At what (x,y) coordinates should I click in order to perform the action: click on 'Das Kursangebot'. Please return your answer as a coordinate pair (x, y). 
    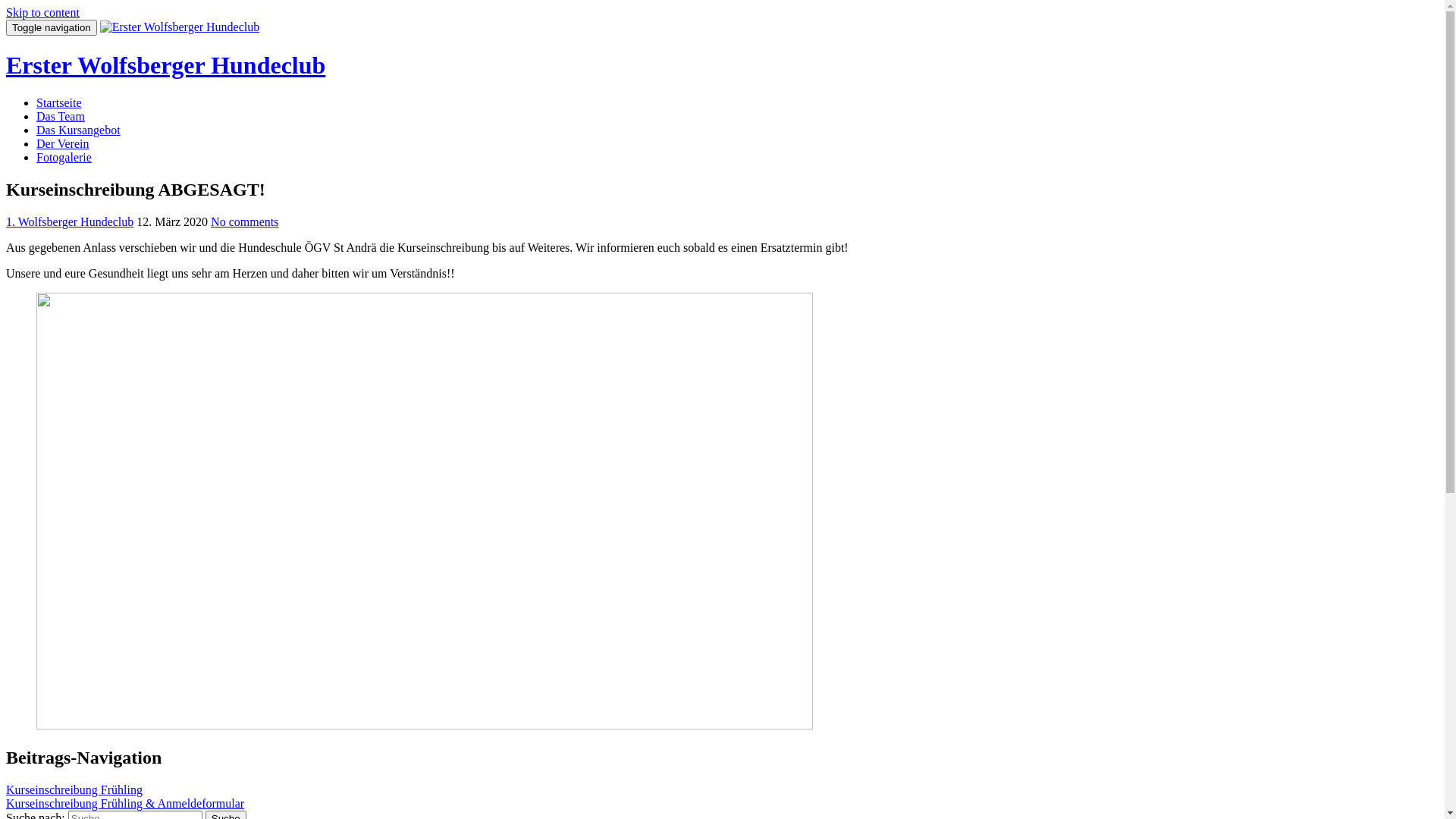
    Looking at the image, I should click on (77, 129).